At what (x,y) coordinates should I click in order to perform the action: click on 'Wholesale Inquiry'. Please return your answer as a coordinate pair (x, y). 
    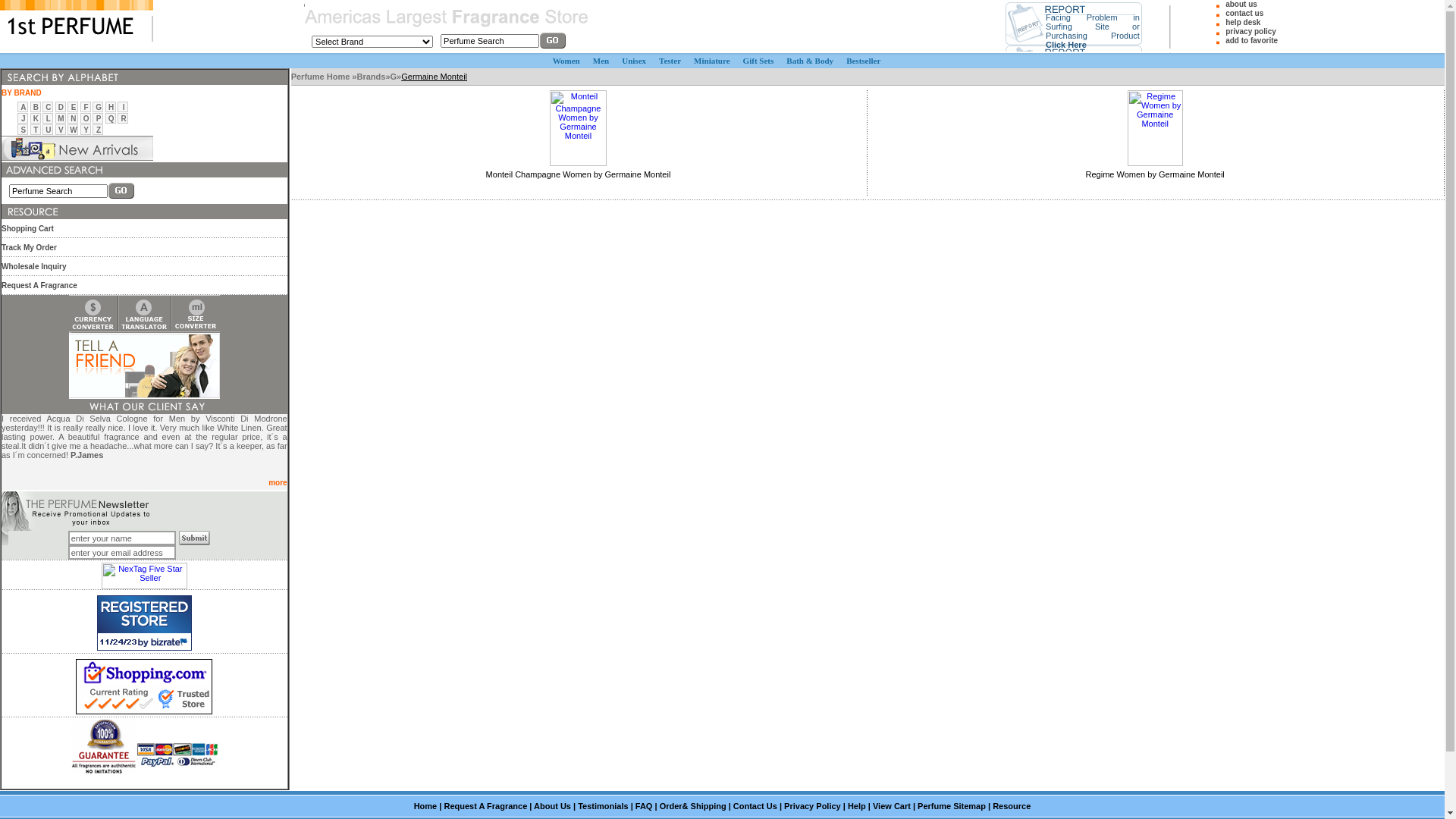
    Looking at the image, I should click on (33, 265).